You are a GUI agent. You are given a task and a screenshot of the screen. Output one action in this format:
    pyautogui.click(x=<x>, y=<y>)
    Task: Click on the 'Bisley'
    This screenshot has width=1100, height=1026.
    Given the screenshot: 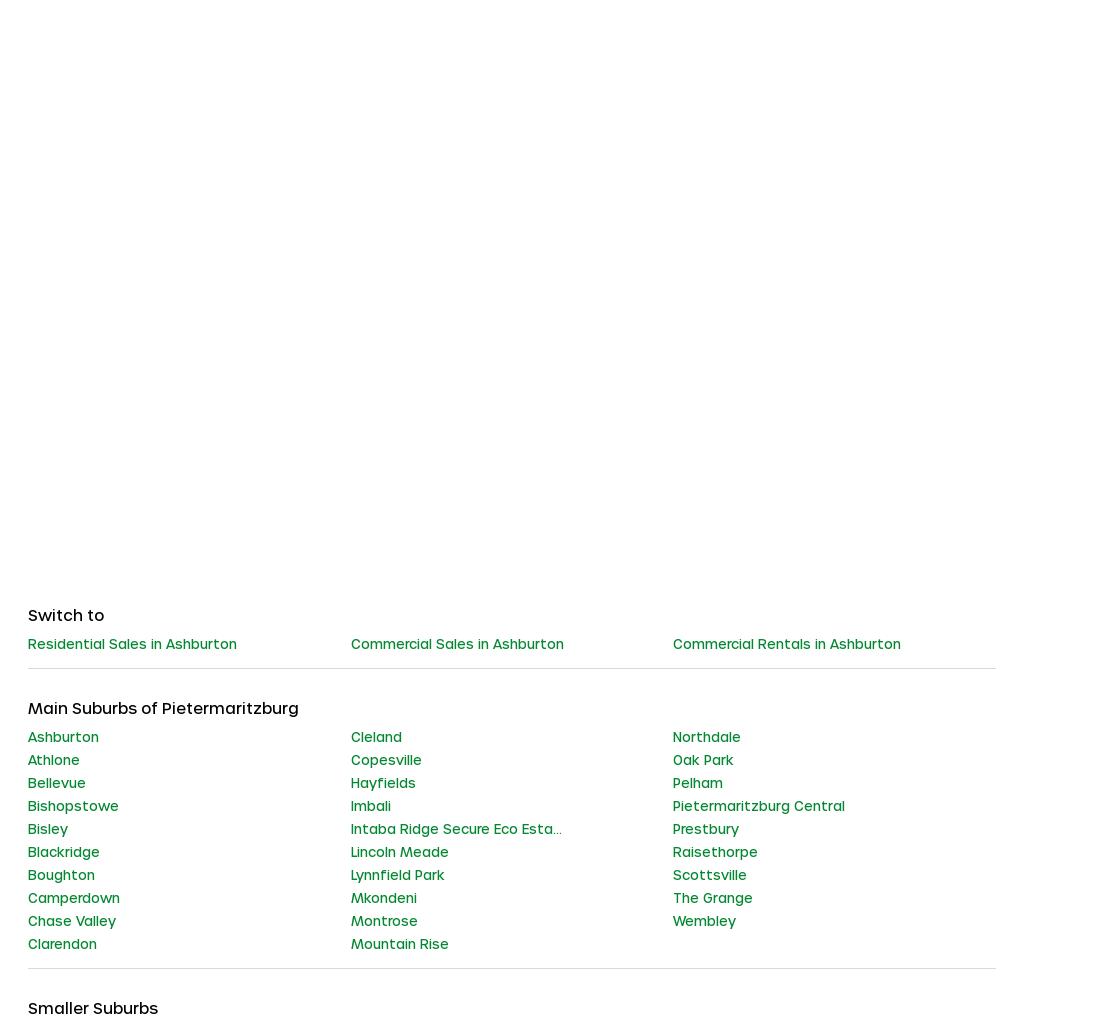 What is the action you would take?
    pyautogui.click(x=46, y=827)
    